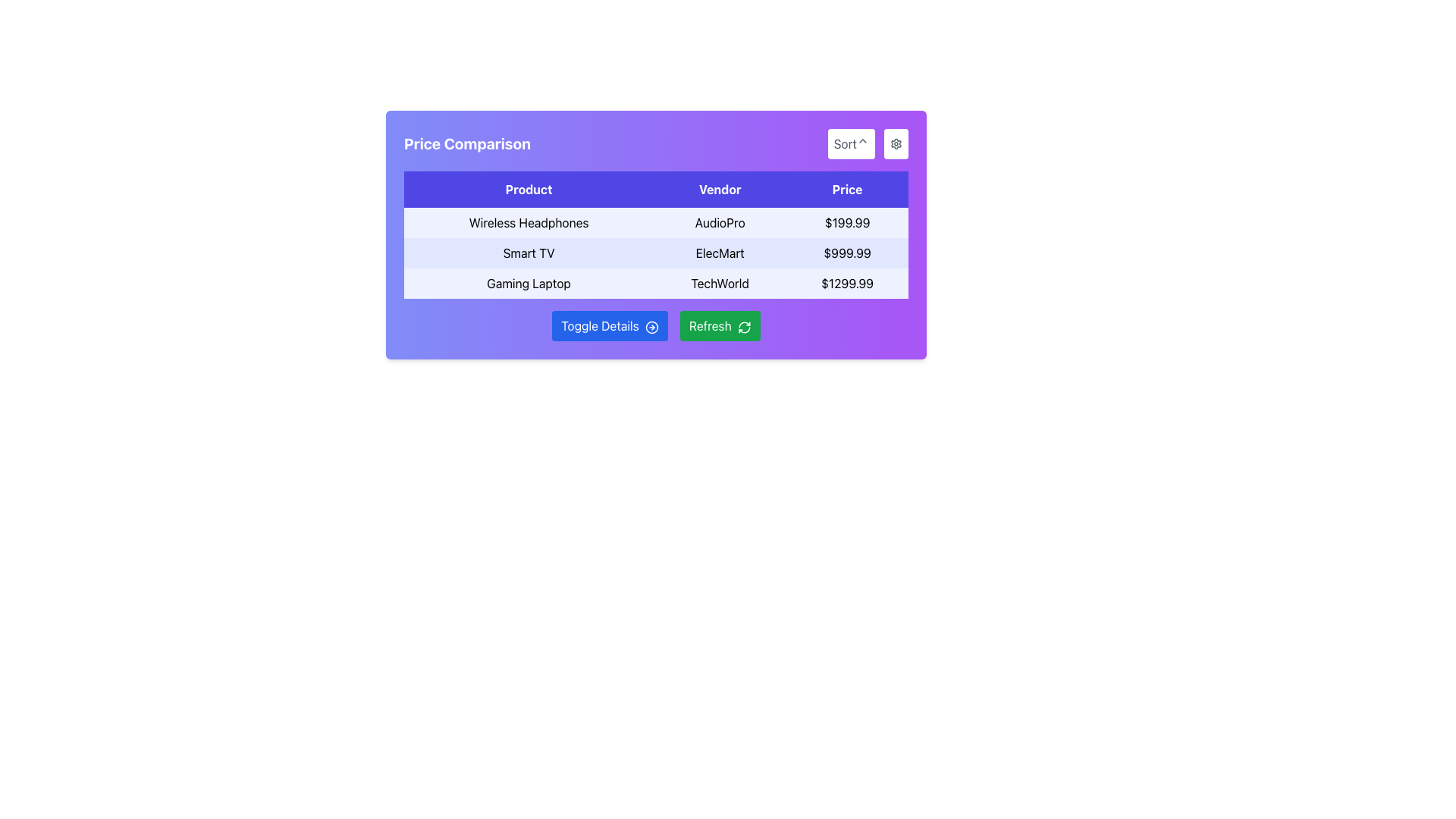 Image resolution: width=1456 pixels, height=819 pixels. I want to click on the text label displaying 'Wireless Headphones' located in the 'Product' column of the 'Price Comparison' table, so click(529, 222).